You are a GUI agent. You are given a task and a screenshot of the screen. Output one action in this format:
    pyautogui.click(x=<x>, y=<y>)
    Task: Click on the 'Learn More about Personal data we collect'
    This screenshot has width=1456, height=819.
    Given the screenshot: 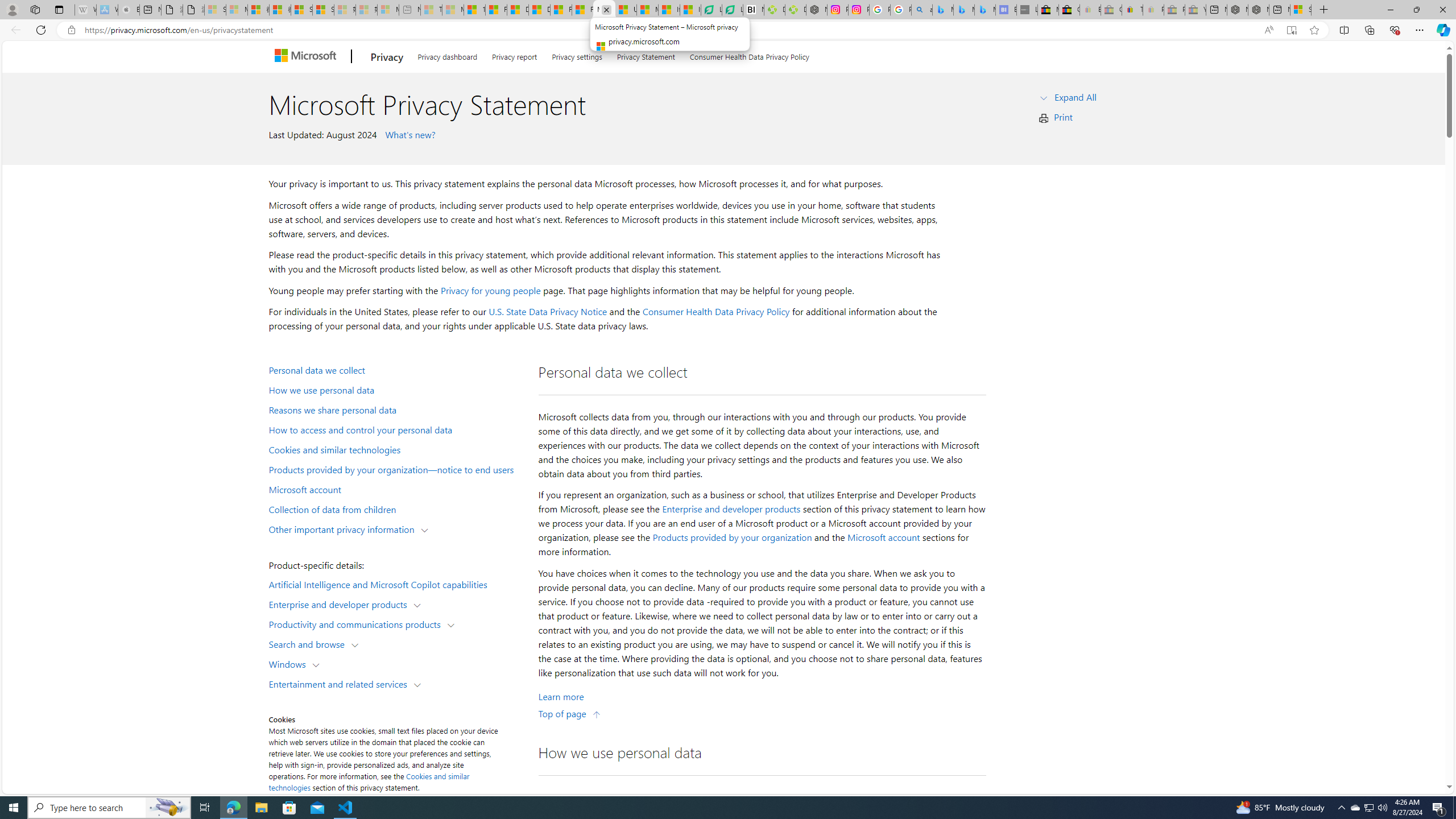 What is the action you would take?
    pyautogui.click(x=561, y=697)
    